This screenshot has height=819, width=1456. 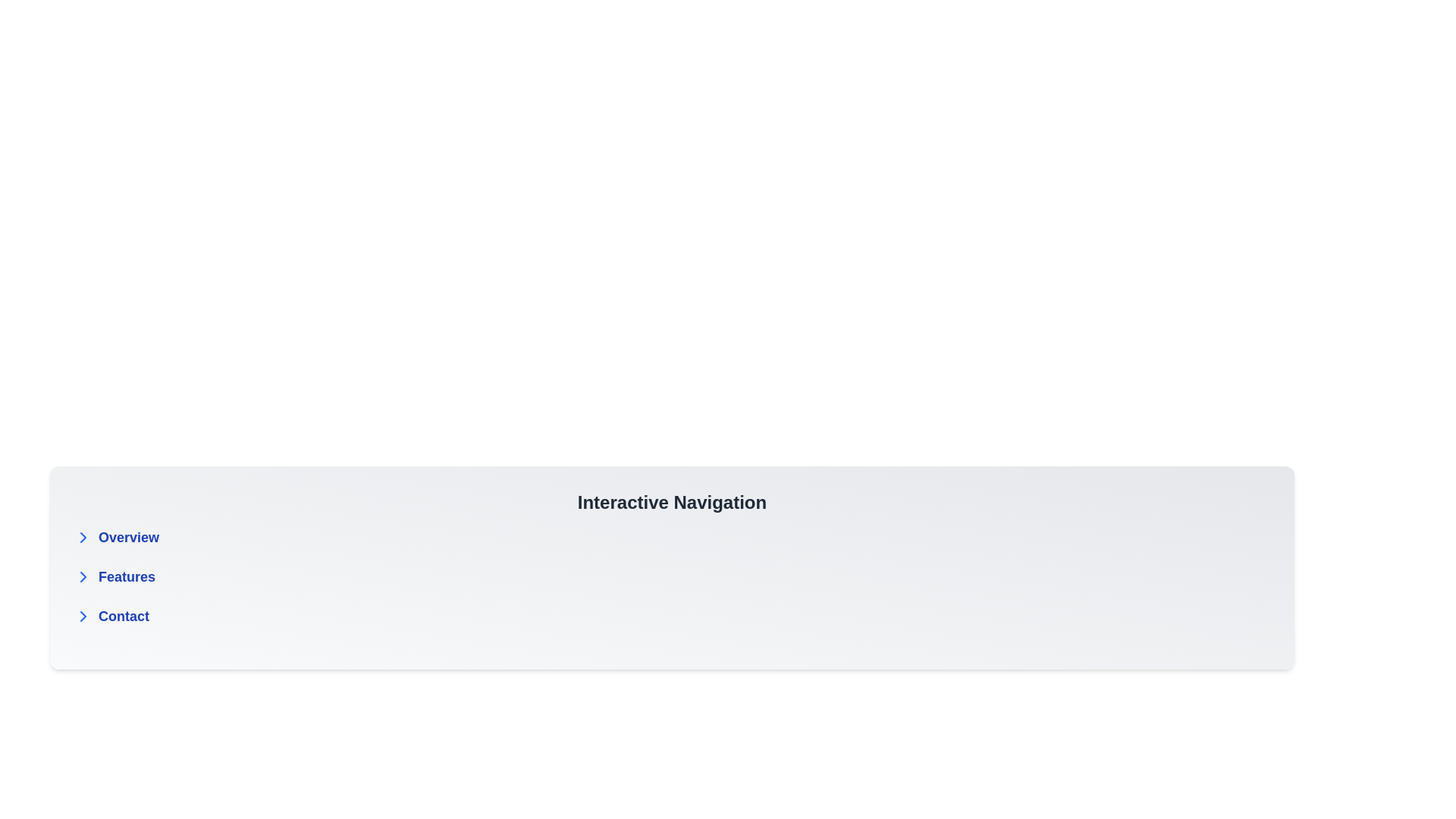 What do you see at coordinates (83, 537) in the screenshot?
I see `the chevron icon located in the left section of the vertical navigation menu next to the 'Overview' item` at bounding box center [83, 537].